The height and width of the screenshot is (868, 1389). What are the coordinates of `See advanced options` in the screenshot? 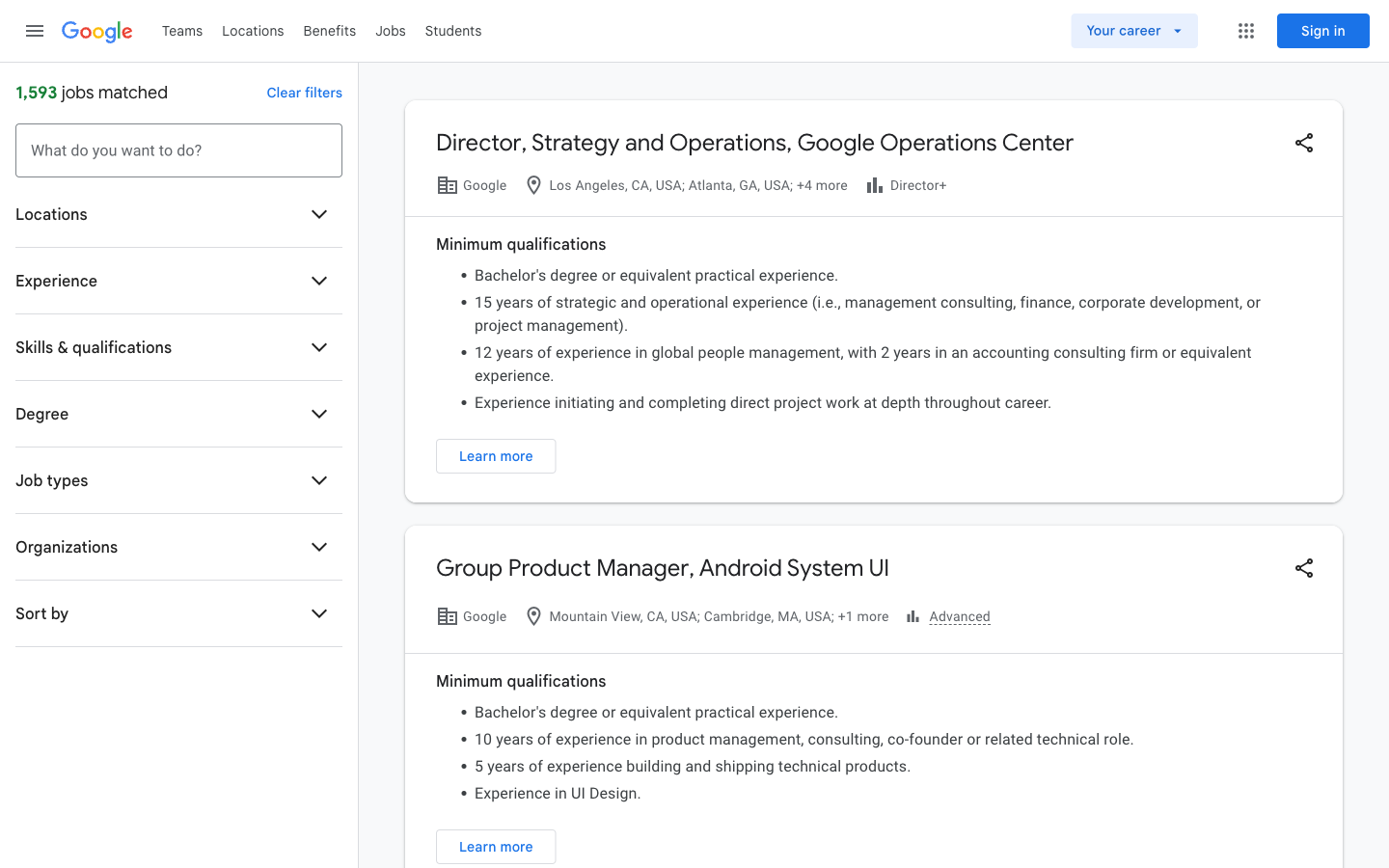 It's located at (946, 616).